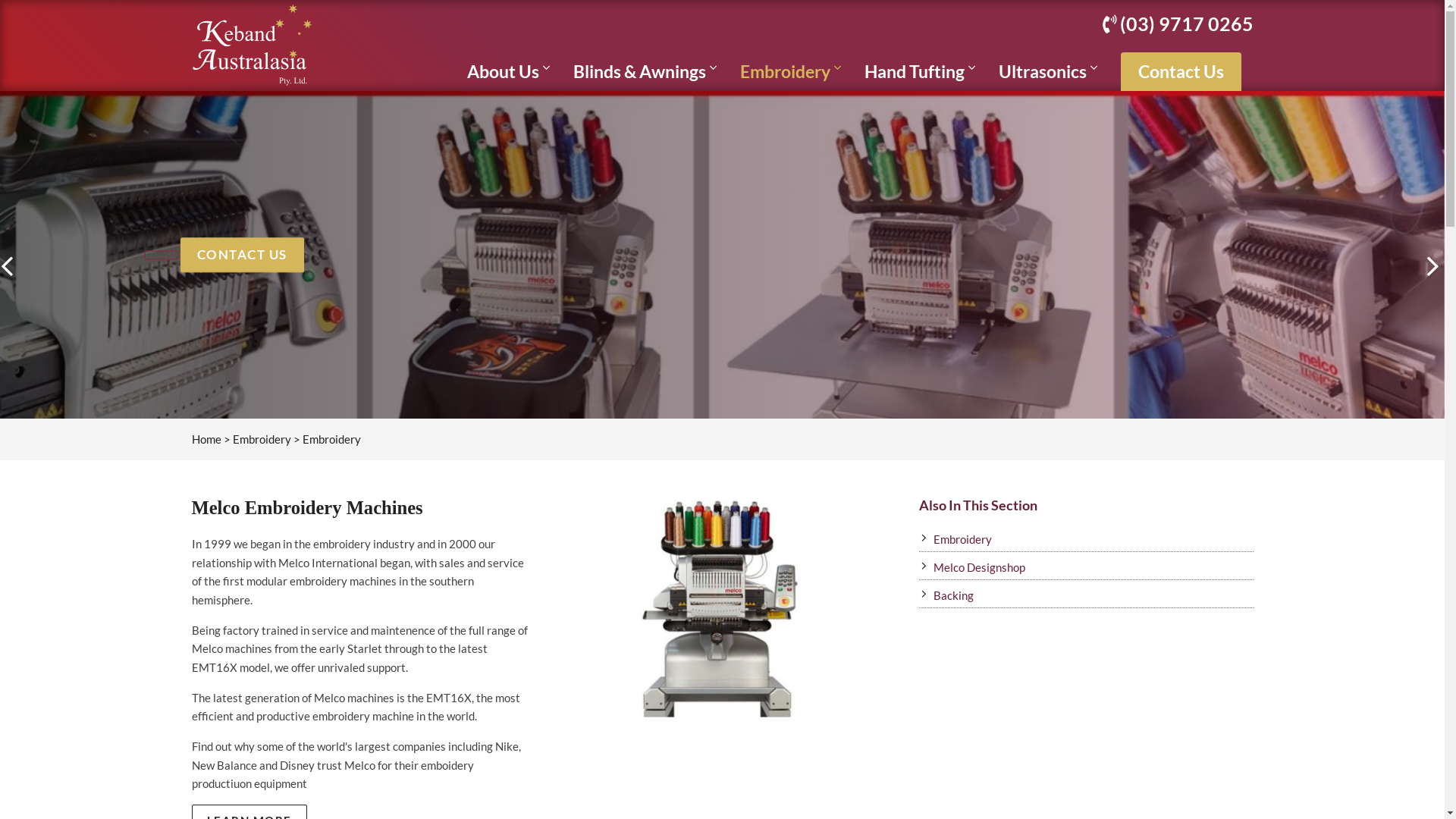 This screenshot has height=819, width=1456. I want to click on 'Hand Tufting', so click(919, 71).